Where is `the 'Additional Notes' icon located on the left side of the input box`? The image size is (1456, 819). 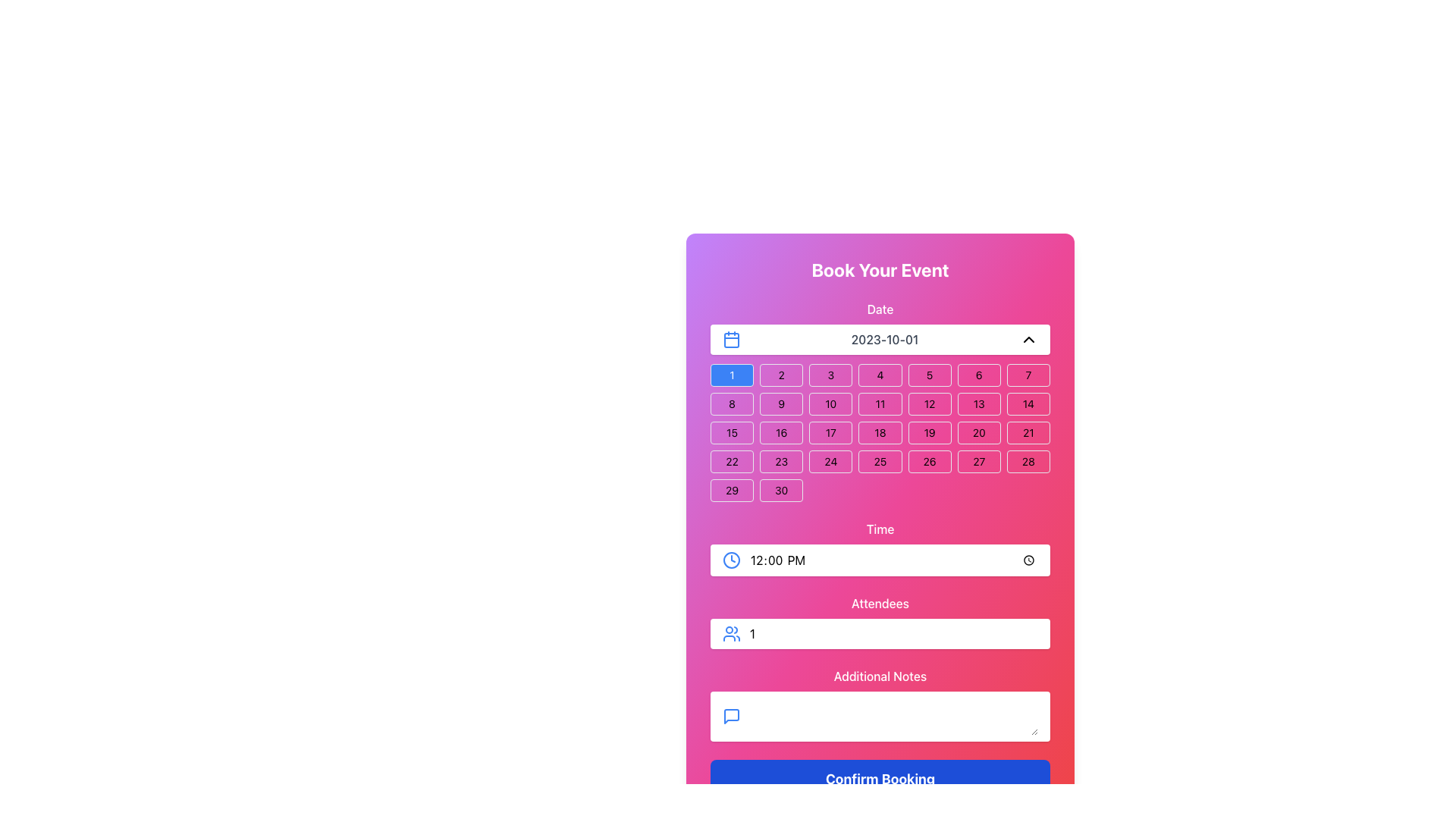
the 'Additional Notes' icon located on the left side of the input box is located at coordinates (731, 717).